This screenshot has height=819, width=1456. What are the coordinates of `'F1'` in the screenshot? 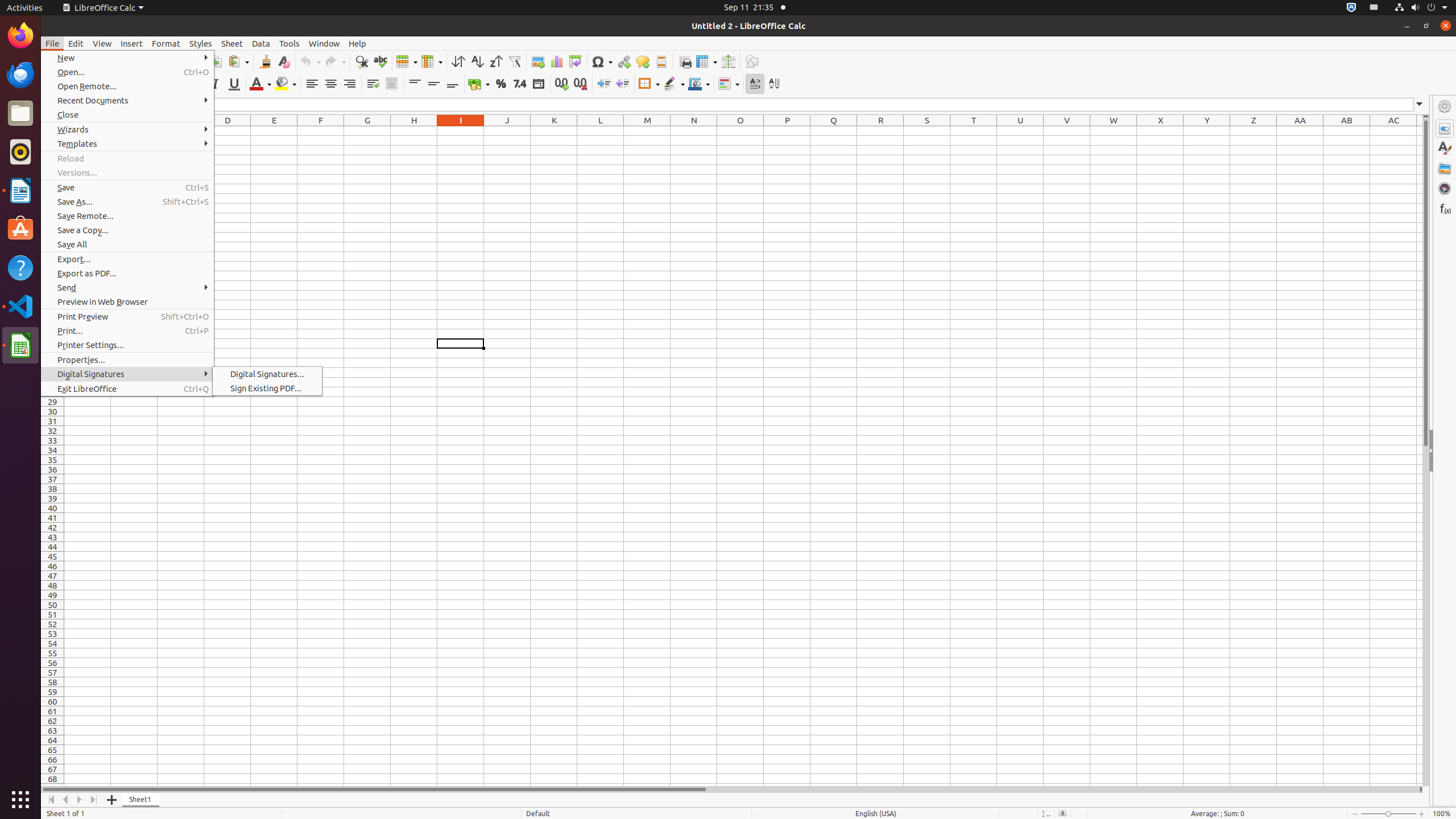 It's located at (320, 130).